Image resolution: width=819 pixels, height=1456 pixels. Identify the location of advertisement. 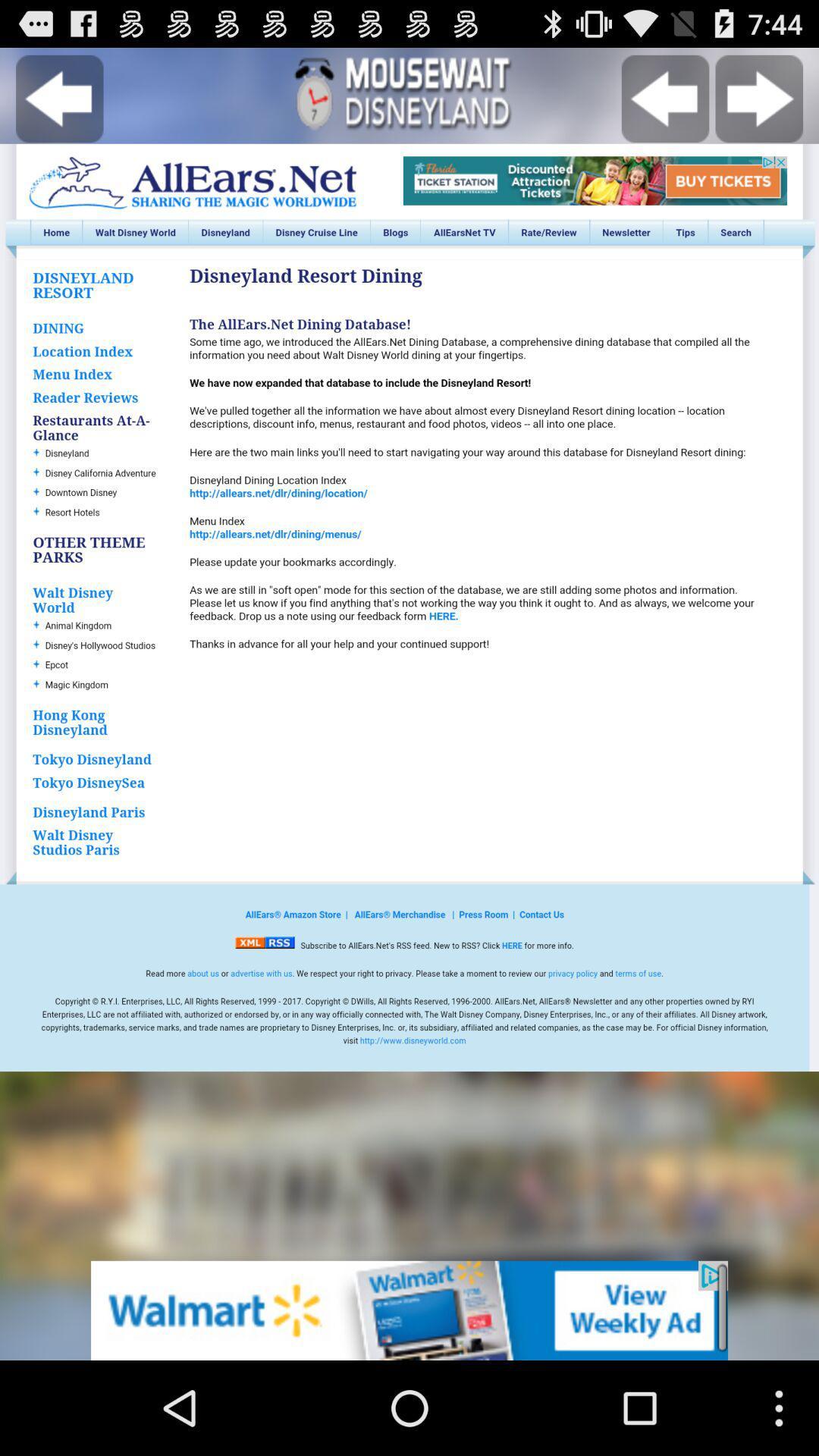
(409, 1310).